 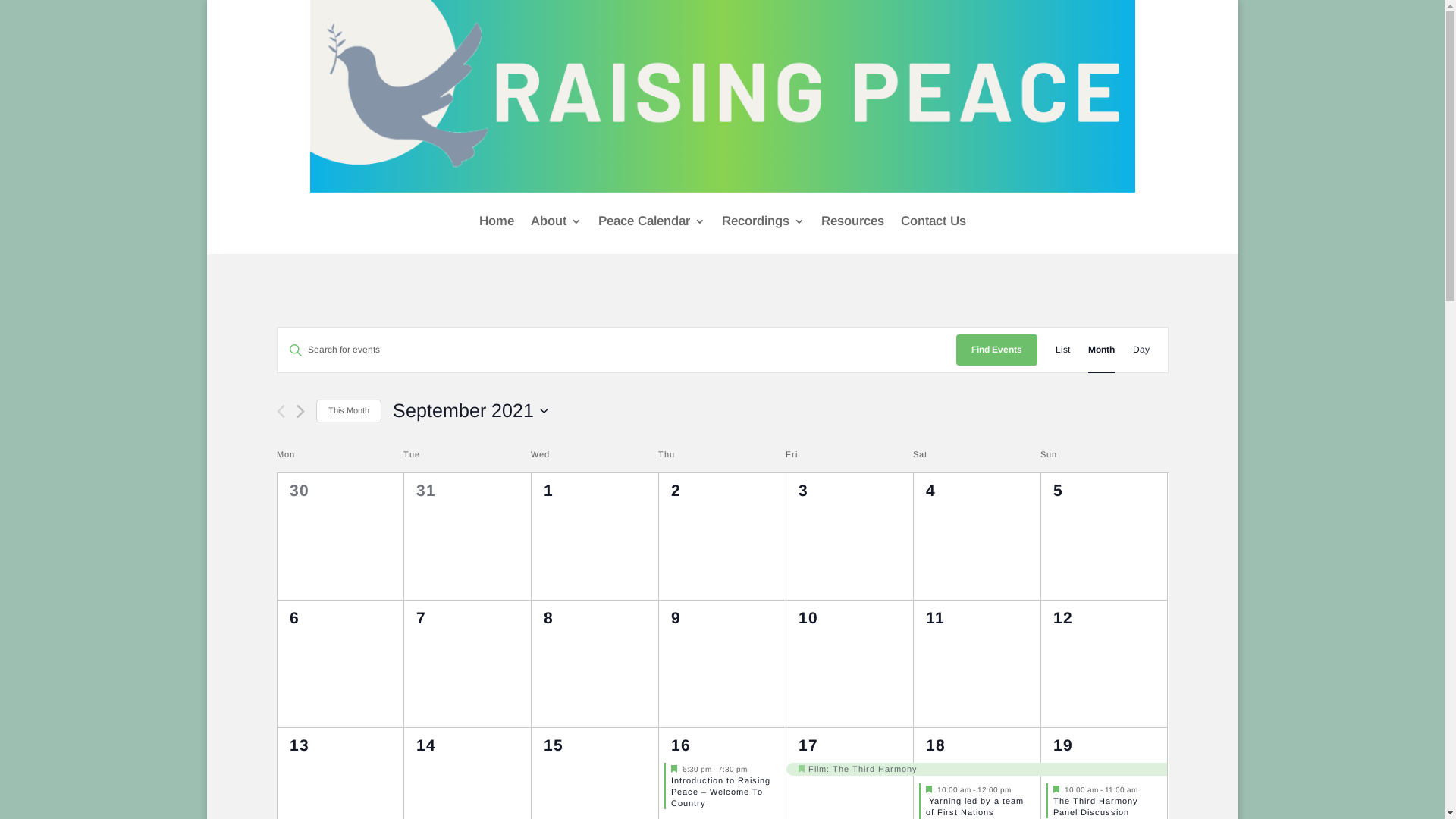 I want to click on '18', so click(x=934, y=744).